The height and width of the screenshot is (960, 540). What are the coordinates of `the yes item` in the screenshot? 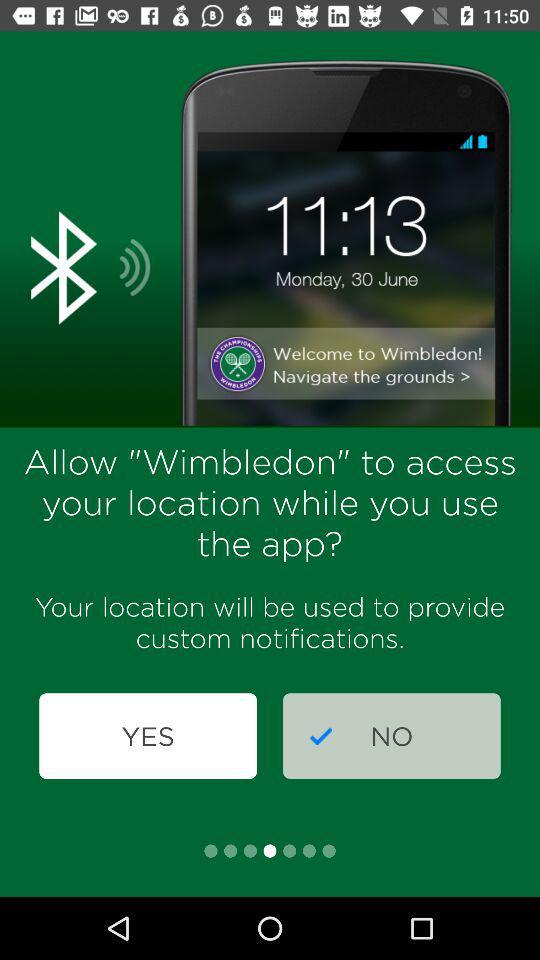 It's located at (147, 735).